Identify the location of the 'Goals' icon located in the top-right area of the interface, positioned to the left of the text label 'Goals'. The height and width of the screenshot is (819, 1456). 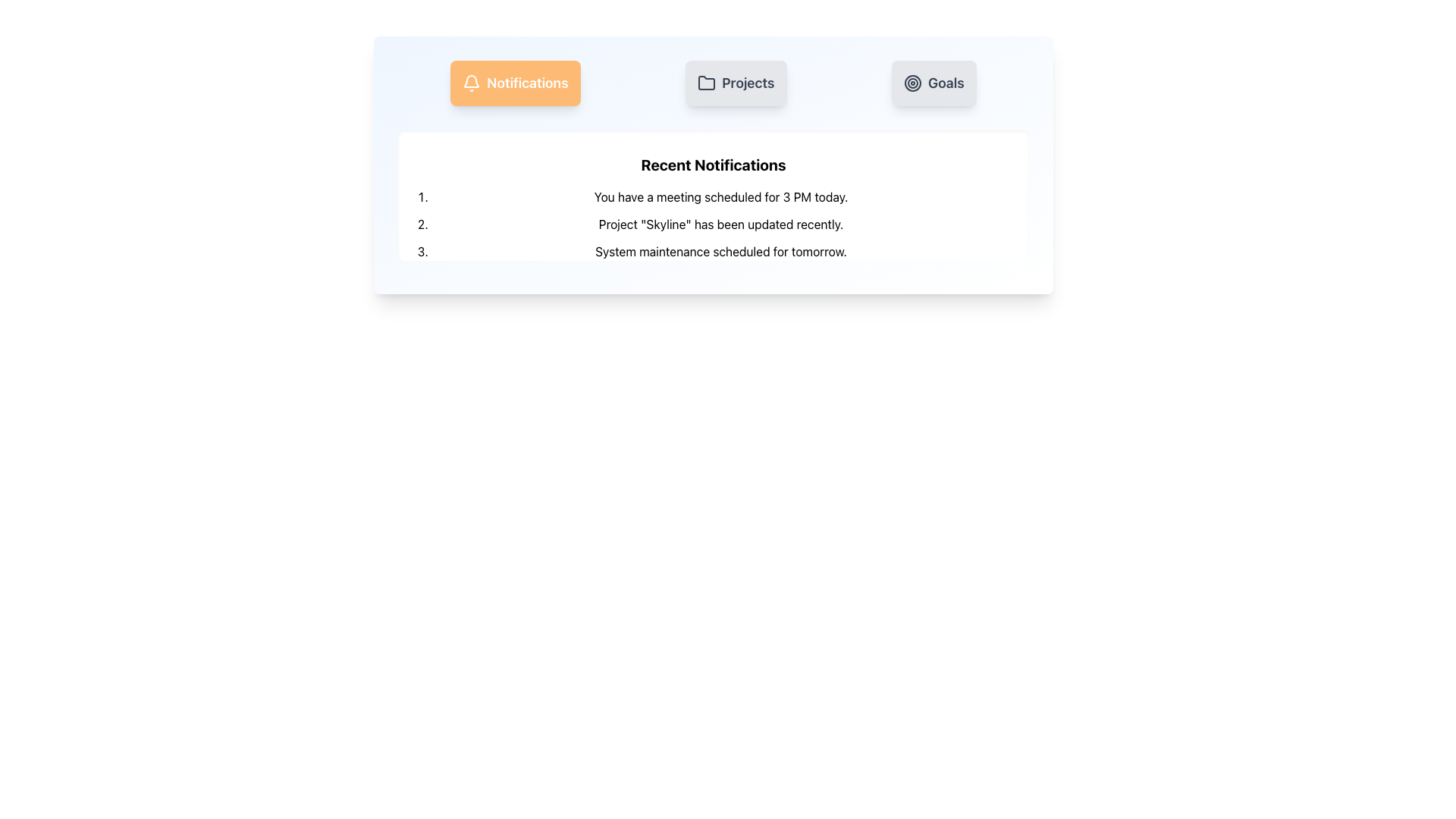
(912, 83).